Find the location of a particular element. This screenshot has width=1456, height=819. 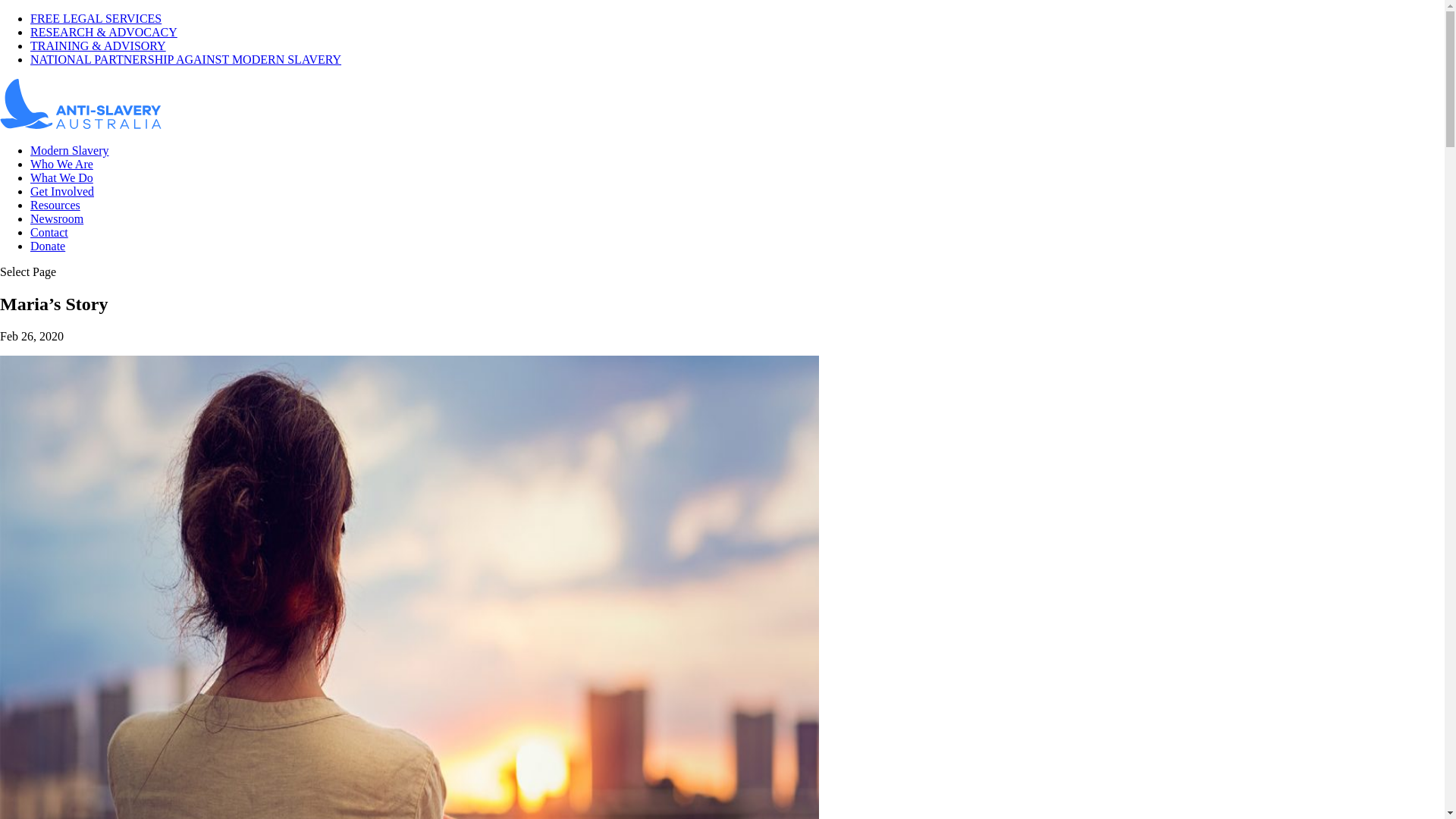

'Resources' is located at coordinates (55, 205).